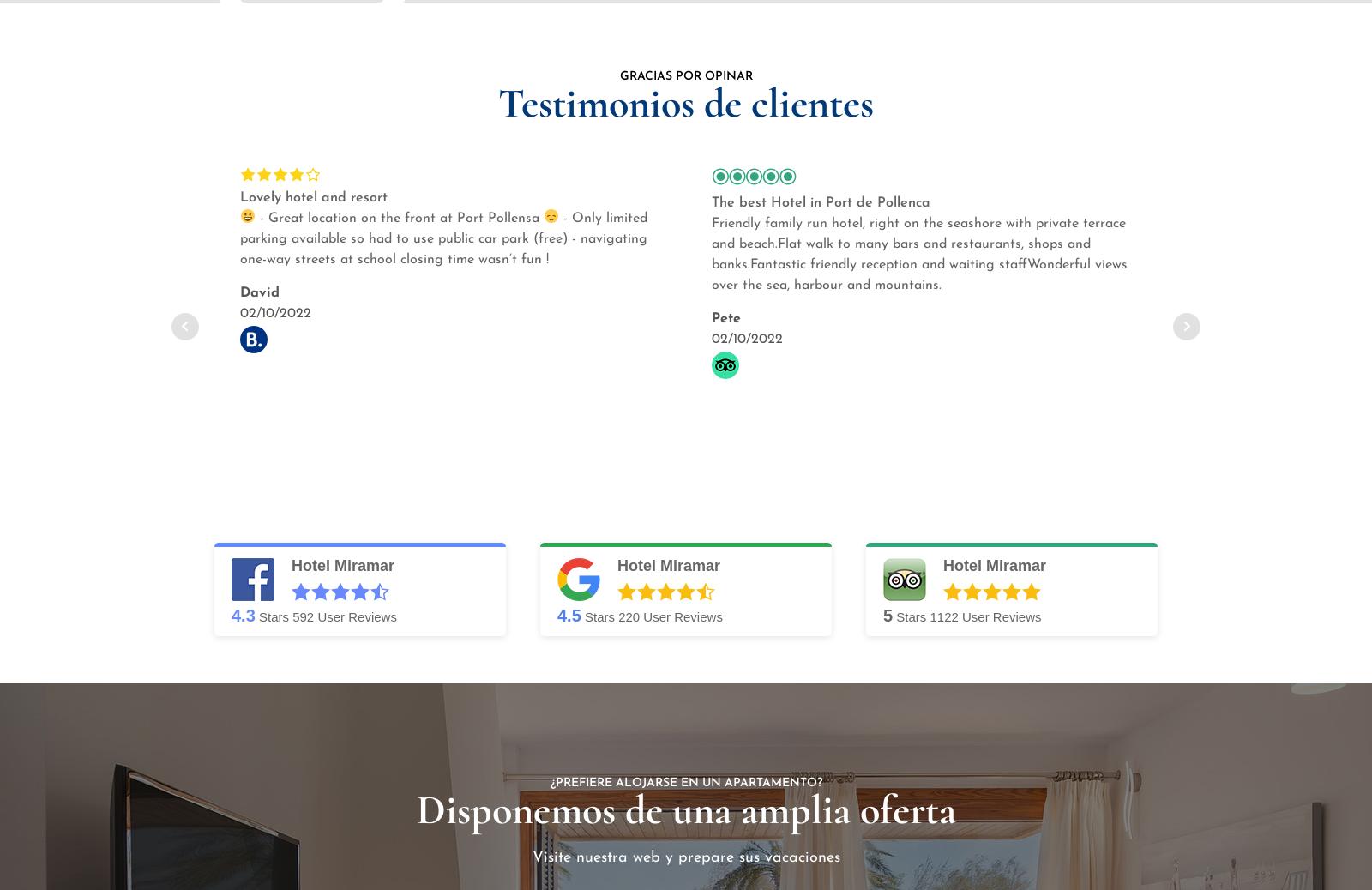 The width and height of the screenshot is (1372, 890). What do you see at coordinates (569, 614) in the screenshot?
I see `'4.5'` at bounding box center [569, 614].